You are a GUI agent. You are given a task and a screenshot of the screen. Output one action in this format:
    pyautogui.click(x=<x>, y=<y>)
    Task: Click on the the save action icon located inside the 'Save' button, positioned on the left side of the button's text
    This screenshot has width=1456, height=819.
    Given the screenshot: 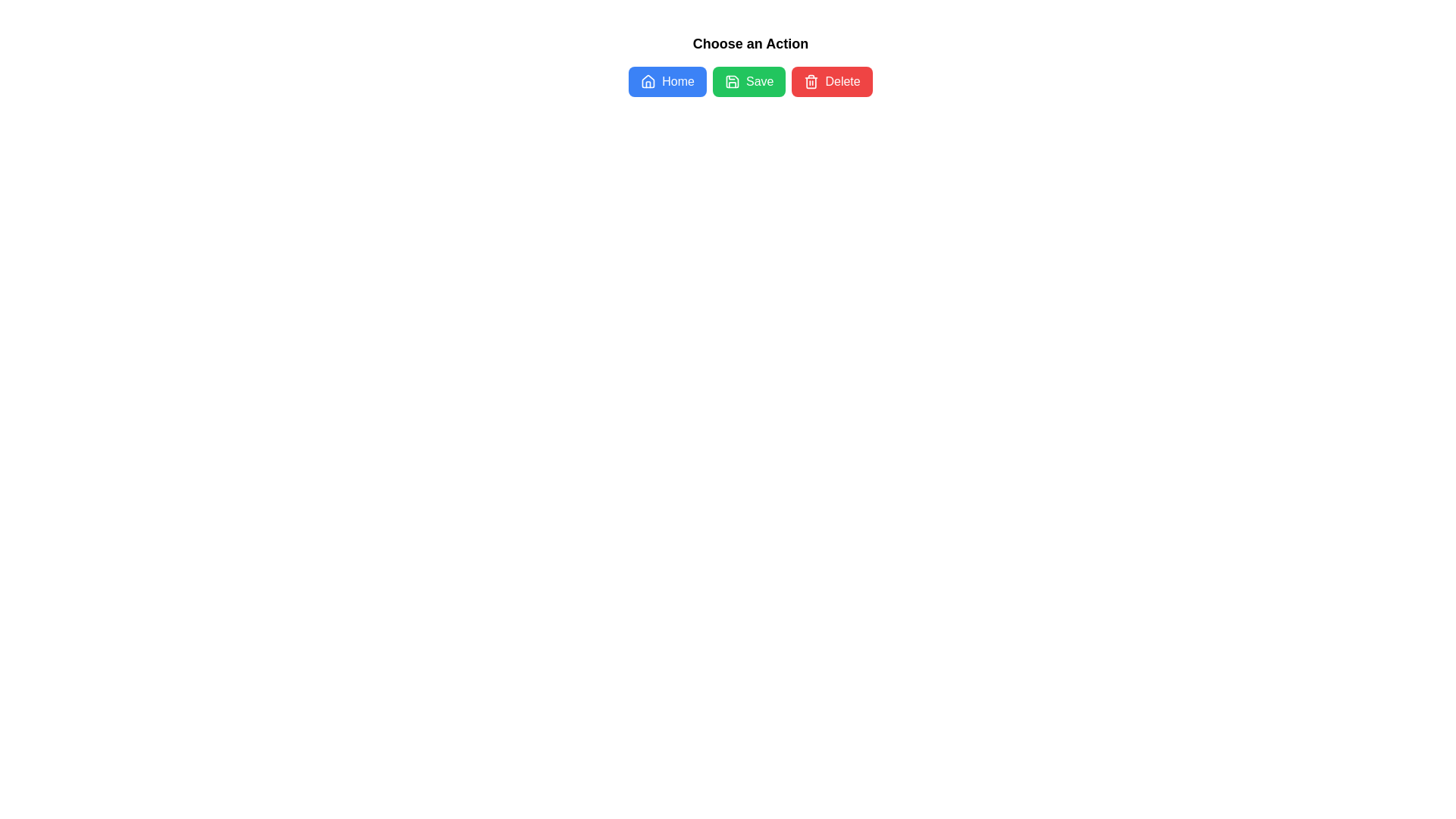 What is the action you would take?
    pyautogui.click(x=732, y=82)
    